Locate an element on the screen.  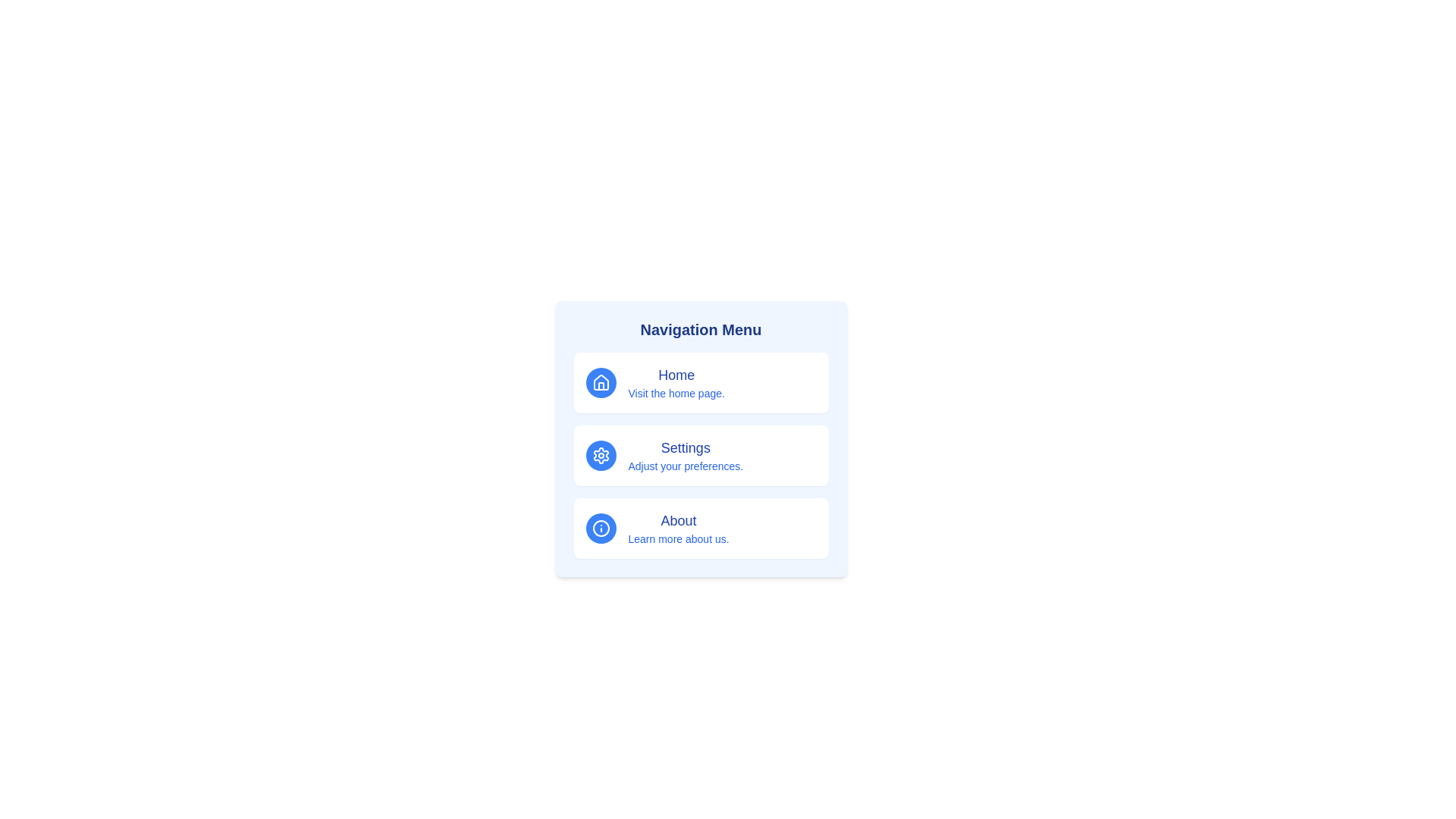
text label that combines a title 'Home' and a description 'Visit the home page.' in the navigation menu entry, located in the first card of the vertically stacked list of cards is located at coordinates (676, 382).